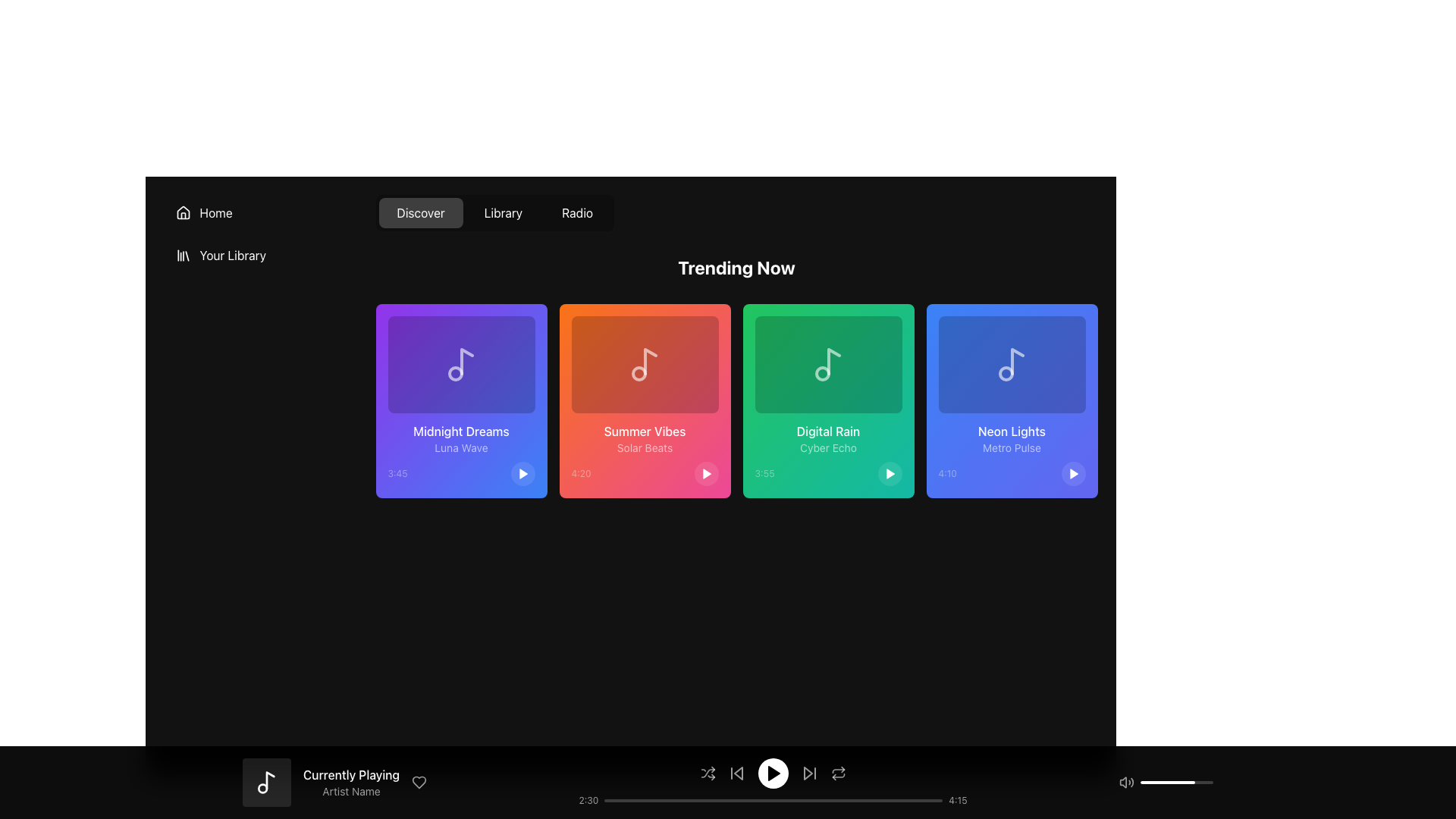 Image resolution: width=1456 pixels, height=819 pixels. Describe the element at coordinates (890, 472) in the screenshot. I see `the triangular play icon button in the 'Digital Rain' card located at the bottom-right corner of the third card in the 'Trending Now' section` at that location.